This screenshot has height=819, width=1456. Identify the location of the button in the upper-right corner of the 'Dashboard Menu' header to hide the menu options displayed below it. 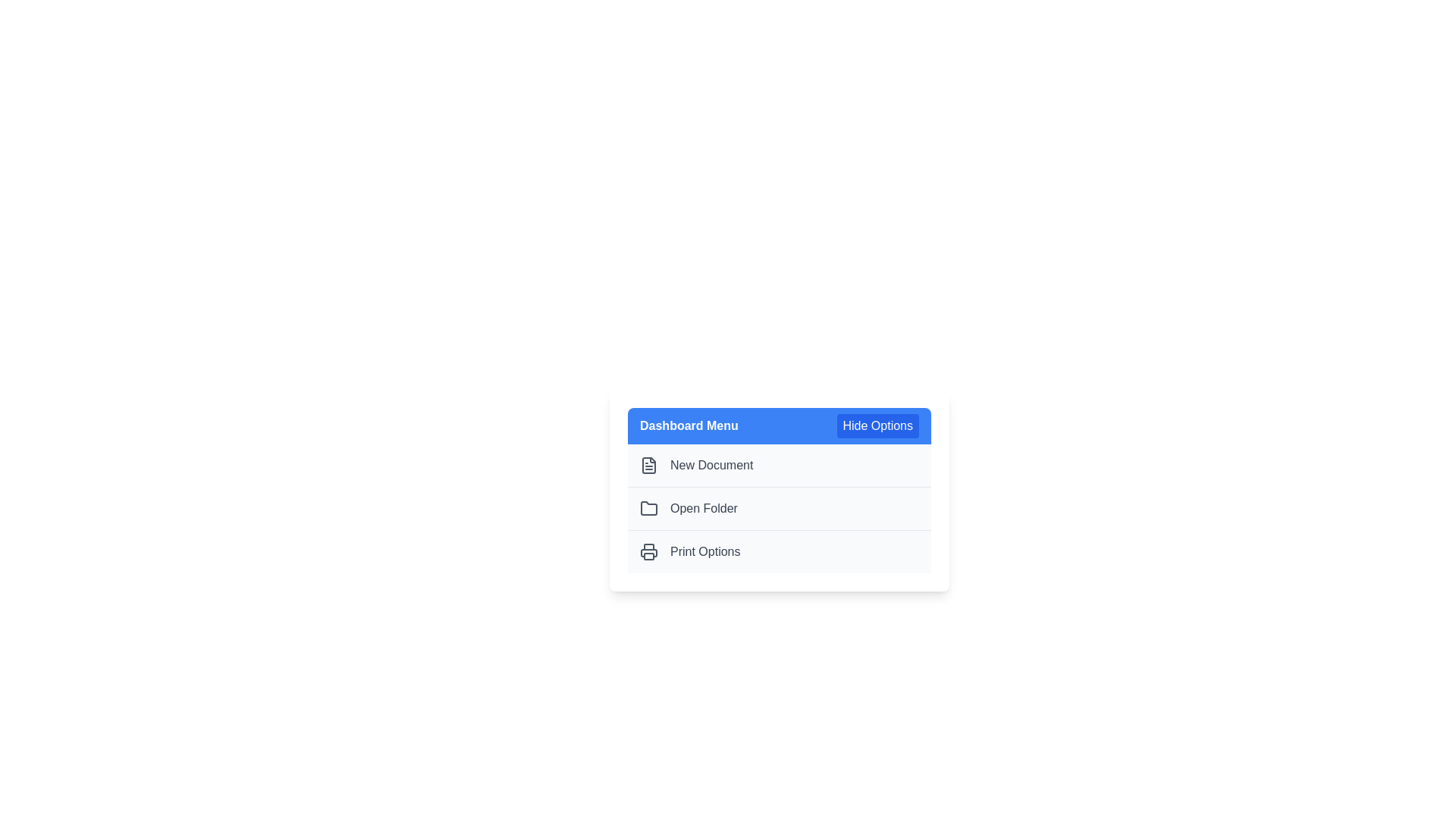
(877, 426).